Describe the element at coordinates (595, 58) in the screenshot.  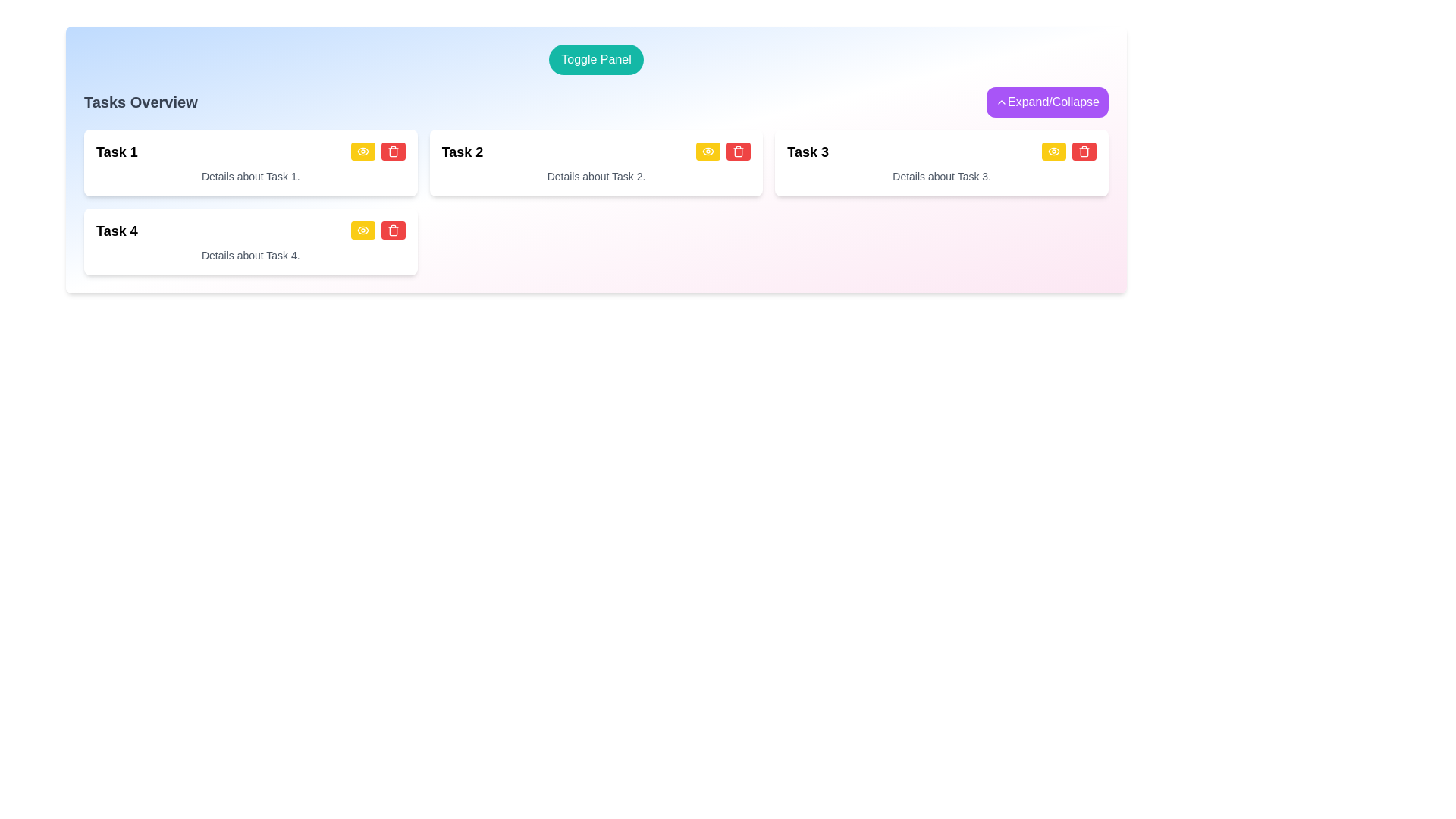
I see `the button that toggles the visibility of a panel, positioned above the 'Tasks Overview' section, to change its background color` at that location.